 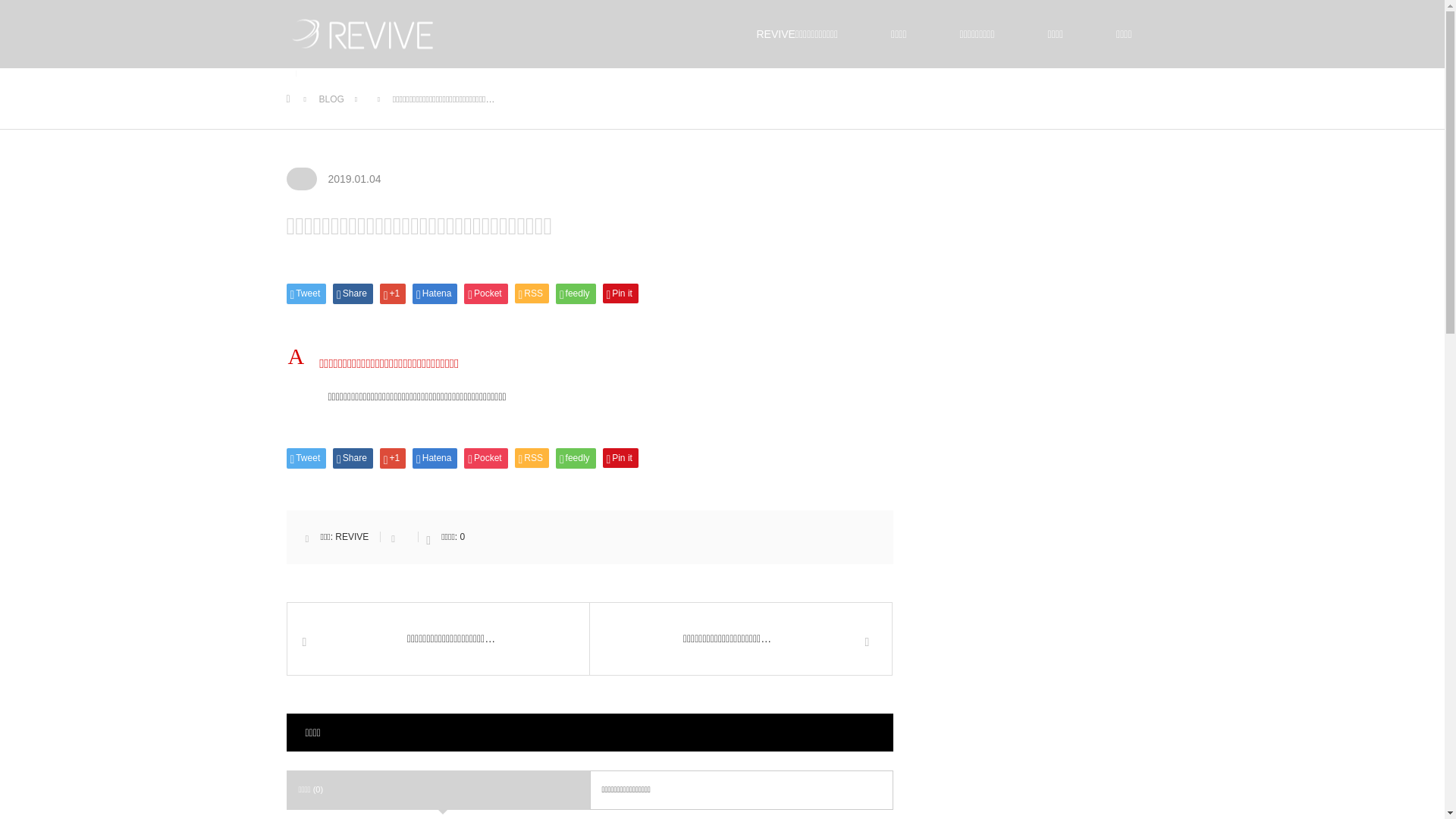 I want to click on 'Tweet', so click(x=306, y=457).